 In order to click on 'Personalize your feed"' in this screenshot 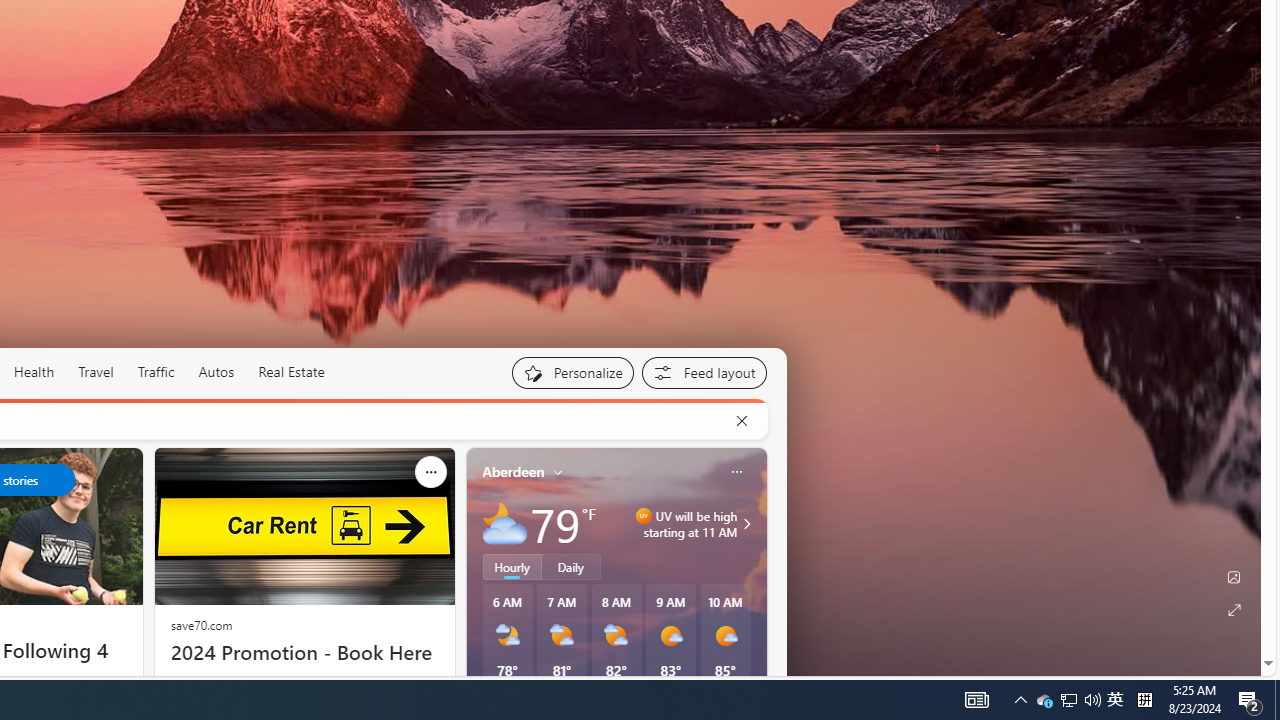, I will do `click(571, 372)`.